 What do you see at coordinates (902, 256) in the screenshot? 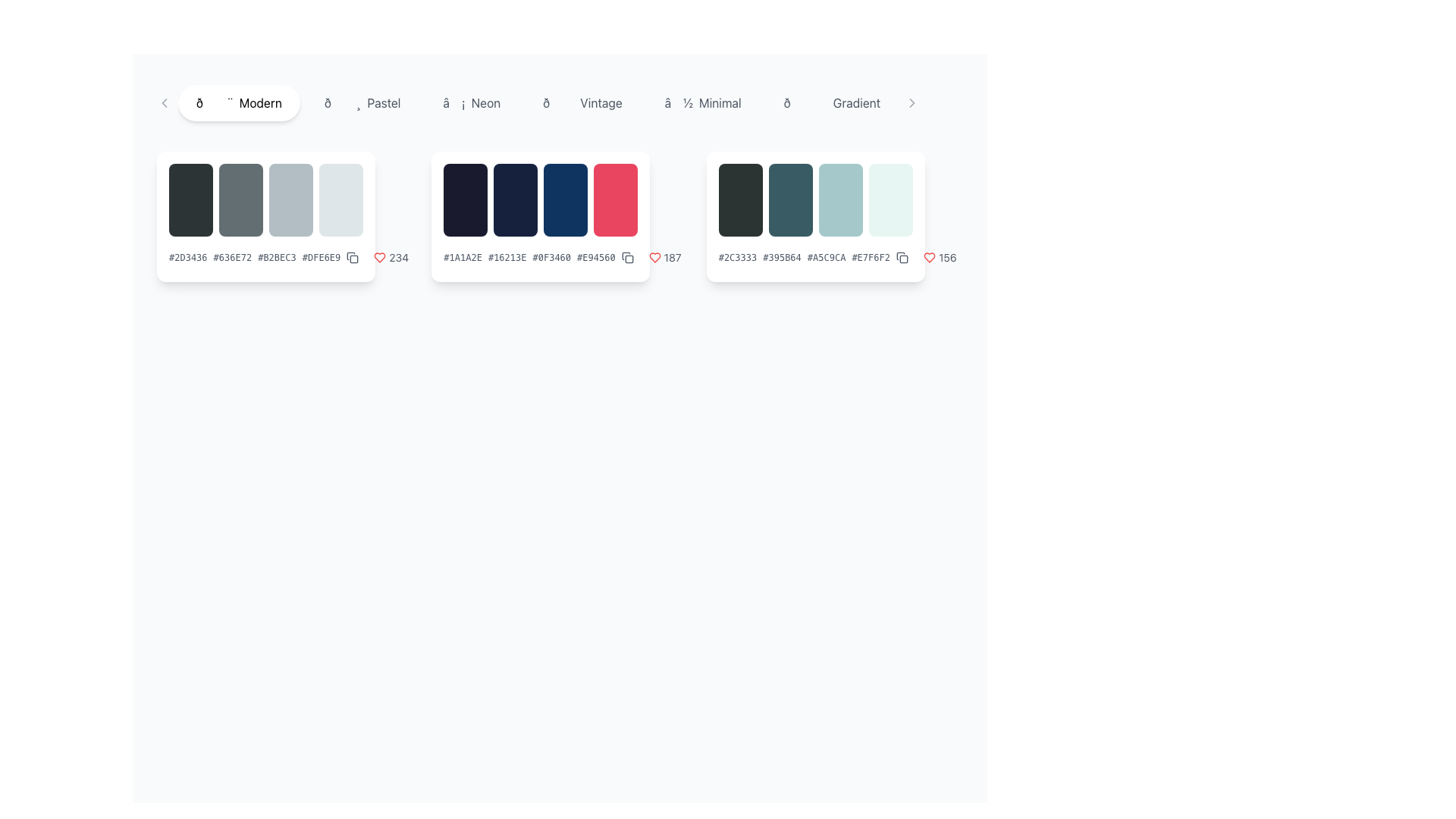
I see `the copy icon, which is an outline of two overlapping squares, located in the lower-right corner of the color palette card in the rightmost column` at bounding box center [902, 256].